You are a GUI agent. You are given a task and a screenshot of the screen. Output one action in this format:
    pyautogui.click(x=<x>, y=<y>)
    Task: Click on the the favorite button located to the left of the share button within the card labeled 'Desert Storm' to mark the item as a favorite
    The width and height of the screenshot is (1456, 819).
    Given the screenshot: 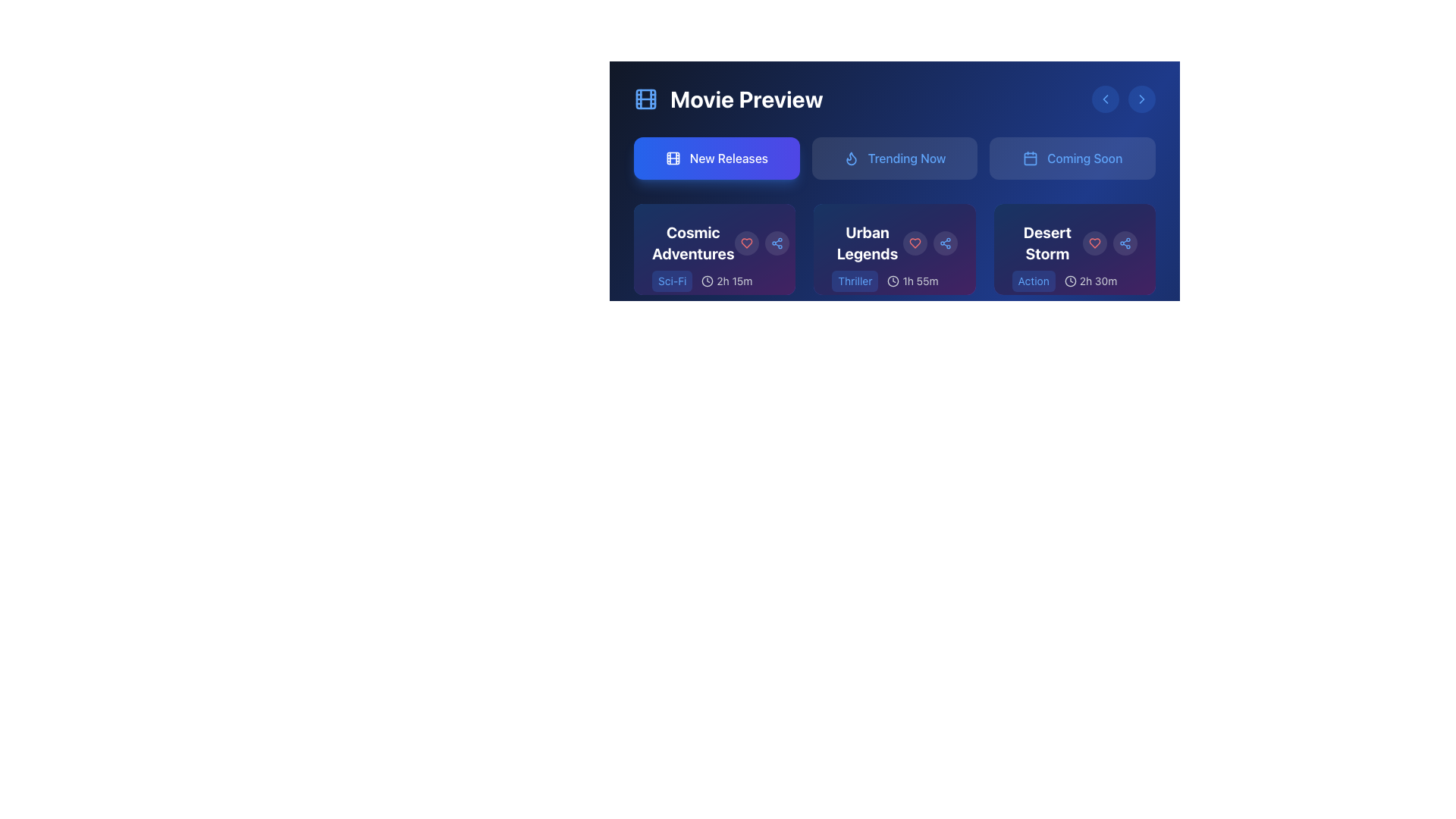 What is the action you would take?
    pyautogui.click(x=1095, y=242)
    